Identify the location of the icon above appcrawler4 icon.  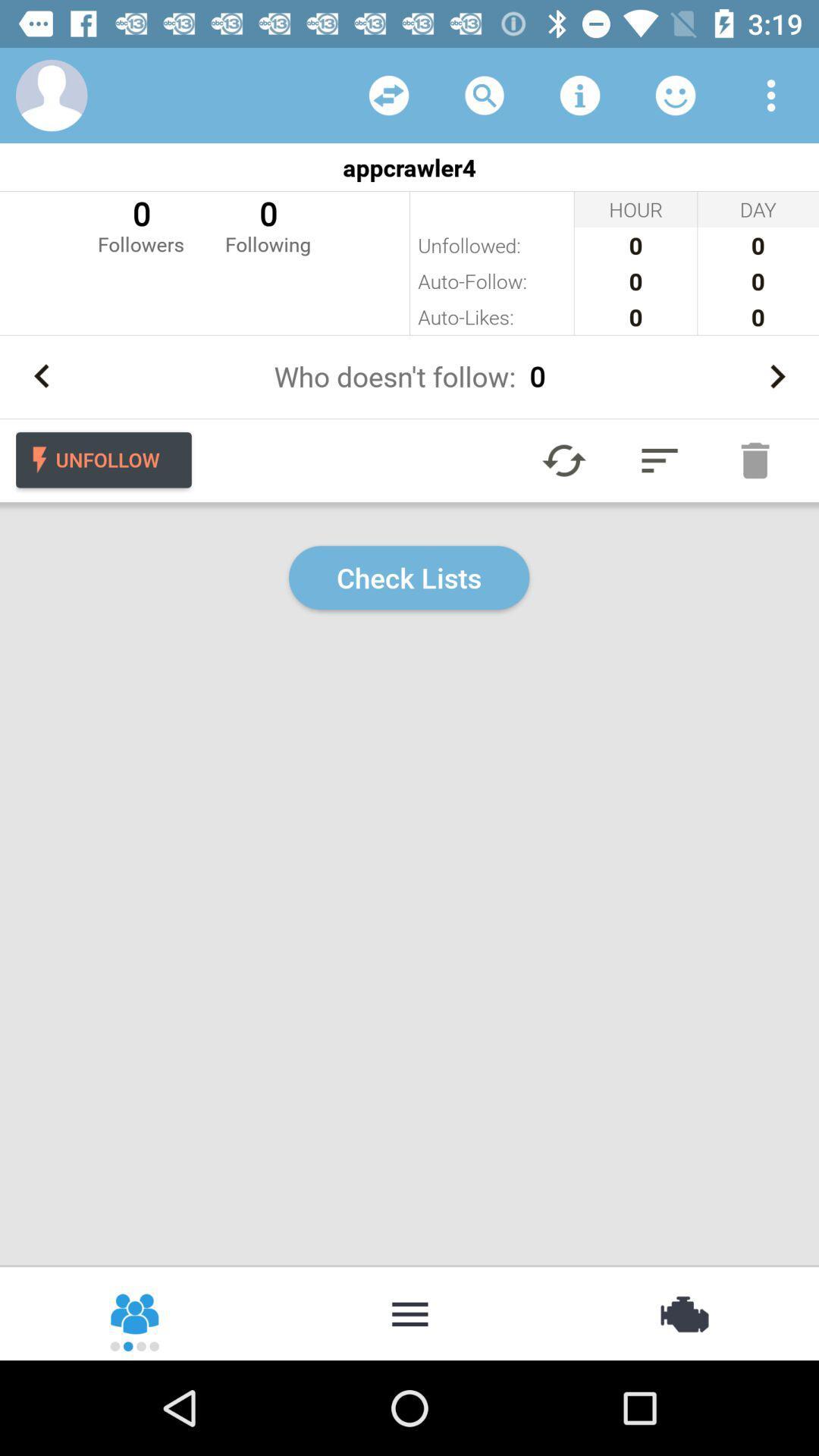
(675, 94).